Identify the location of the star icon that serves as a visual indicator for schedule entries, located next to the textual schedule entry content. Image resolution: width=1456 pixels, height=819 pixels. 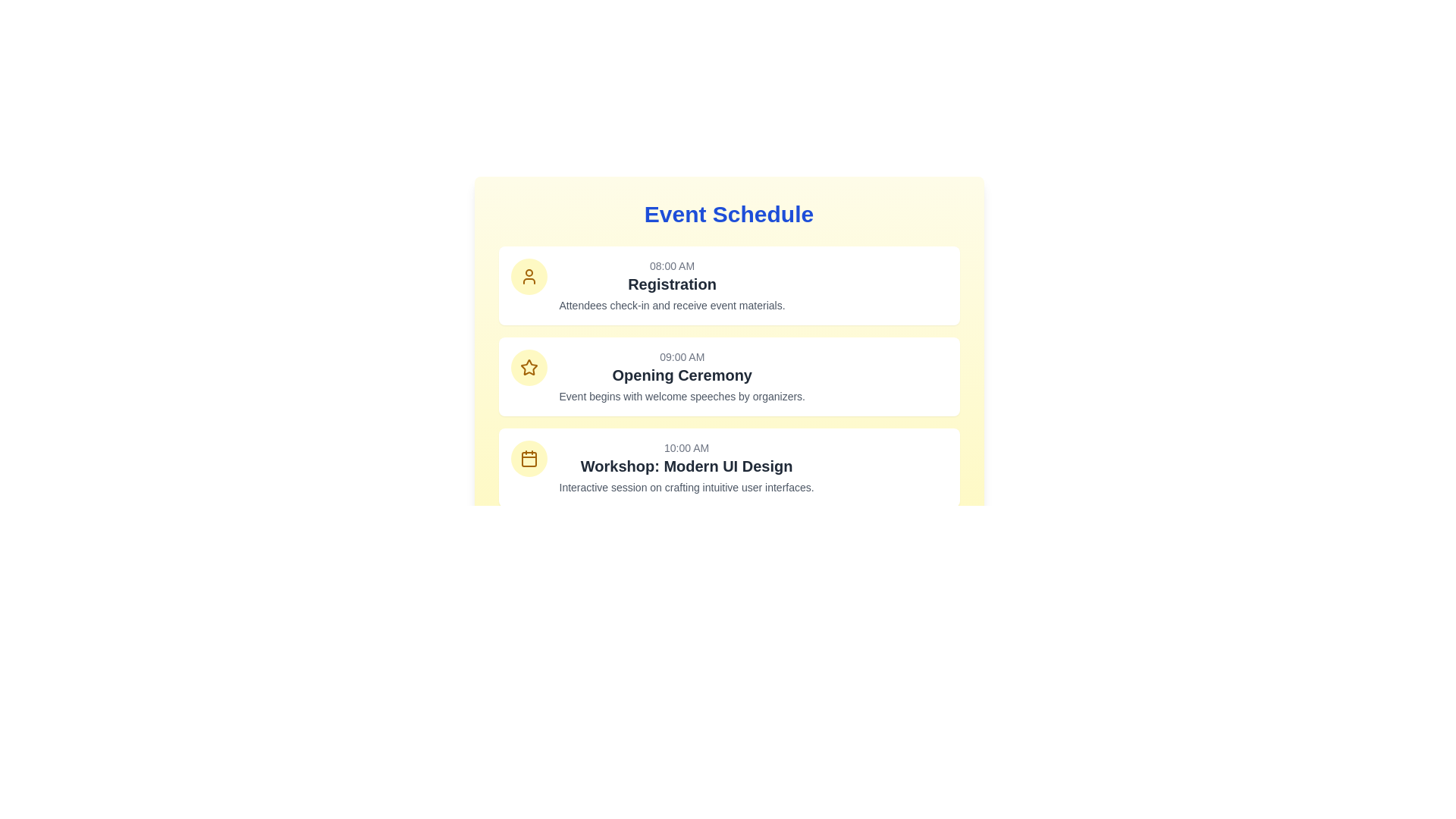
(529, 367).